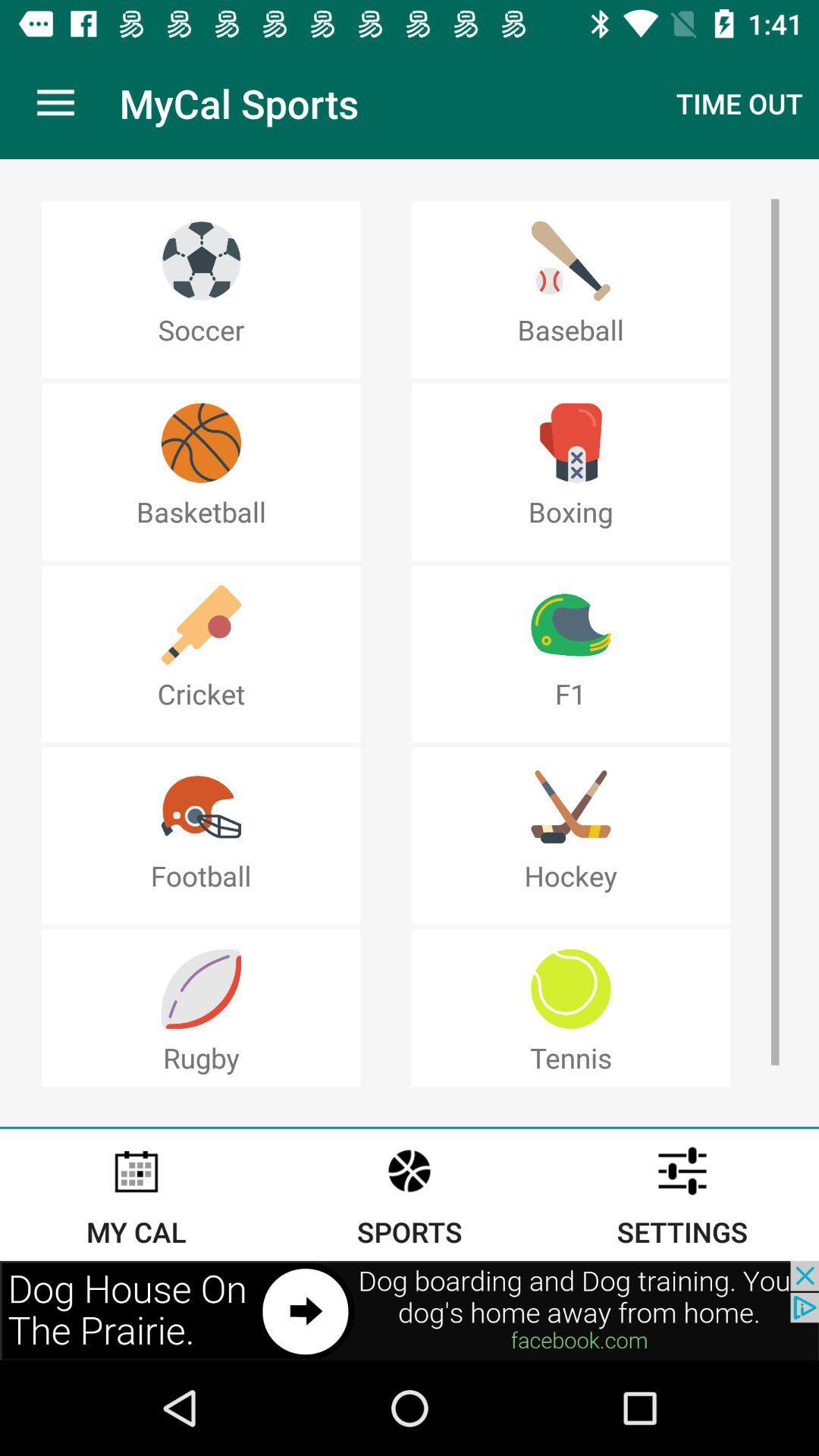  Describe the element at coordinates (739, 103) in the screenshot. I see `time out` at that location.